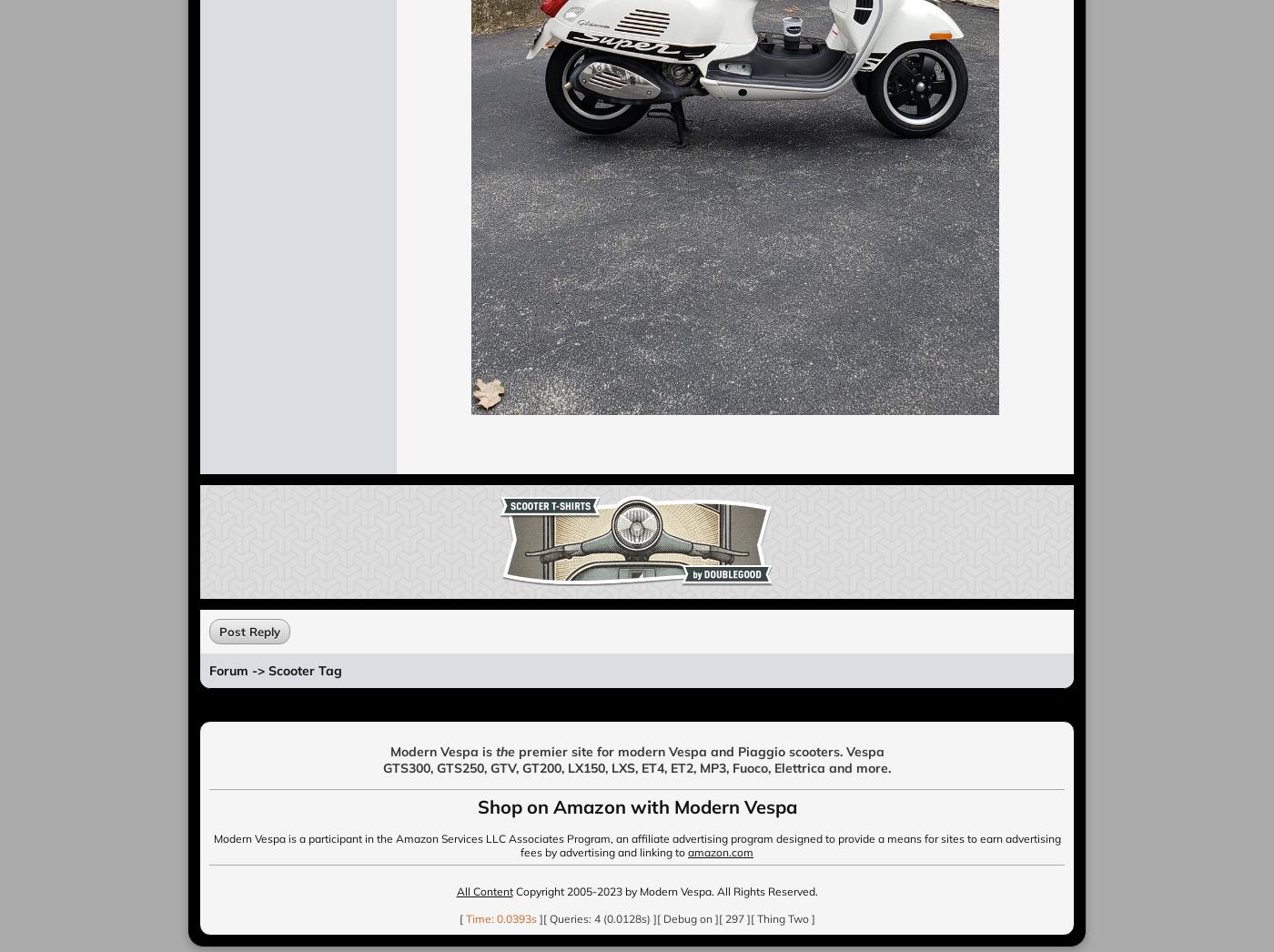 This screenshot has width=1274, height=952. What do you see at coordinates (461, 918) in the screenshot?
I see `'['` at bounding box center [461, 918].